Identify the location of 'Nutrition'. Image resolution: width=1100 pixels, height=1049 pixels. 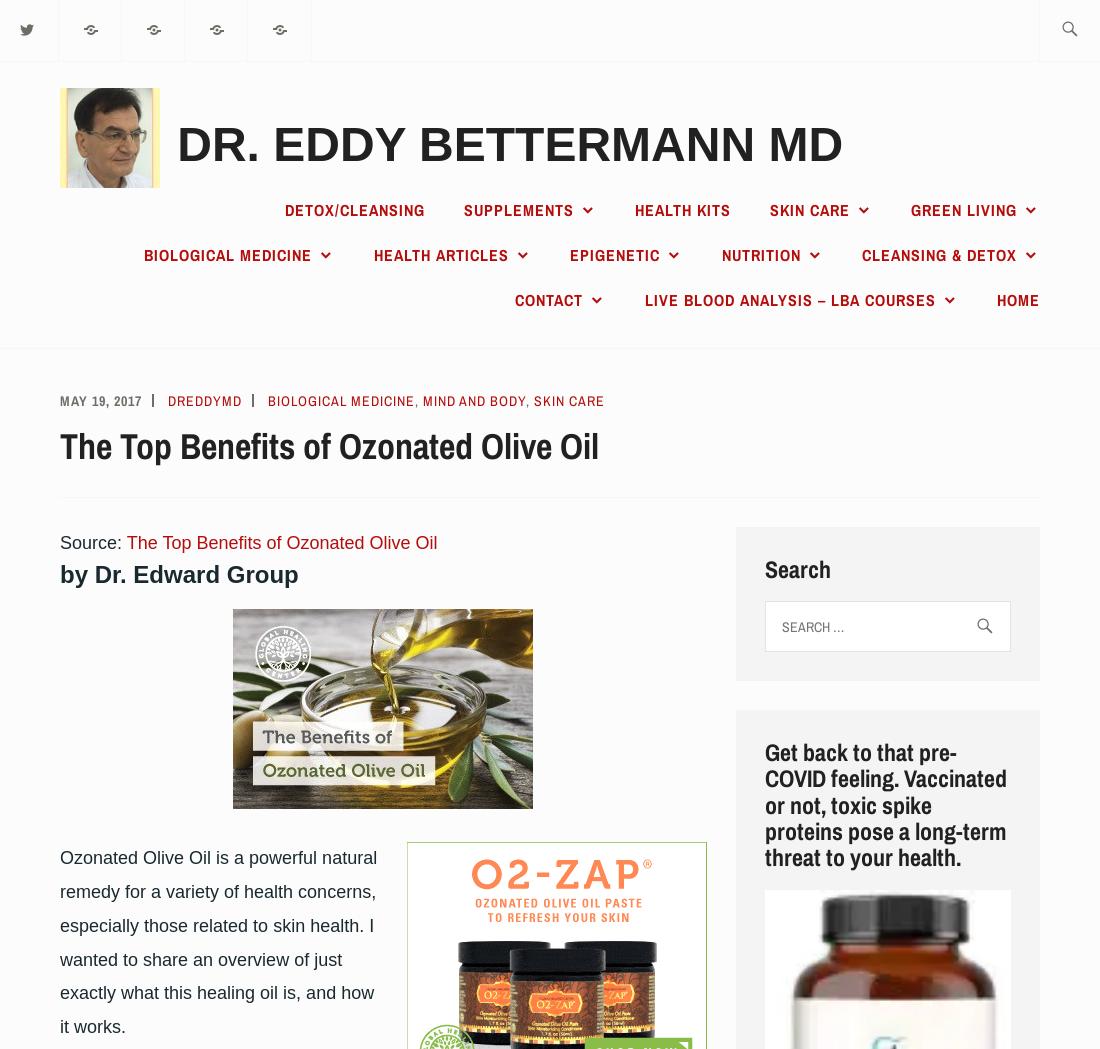
(760, 254).